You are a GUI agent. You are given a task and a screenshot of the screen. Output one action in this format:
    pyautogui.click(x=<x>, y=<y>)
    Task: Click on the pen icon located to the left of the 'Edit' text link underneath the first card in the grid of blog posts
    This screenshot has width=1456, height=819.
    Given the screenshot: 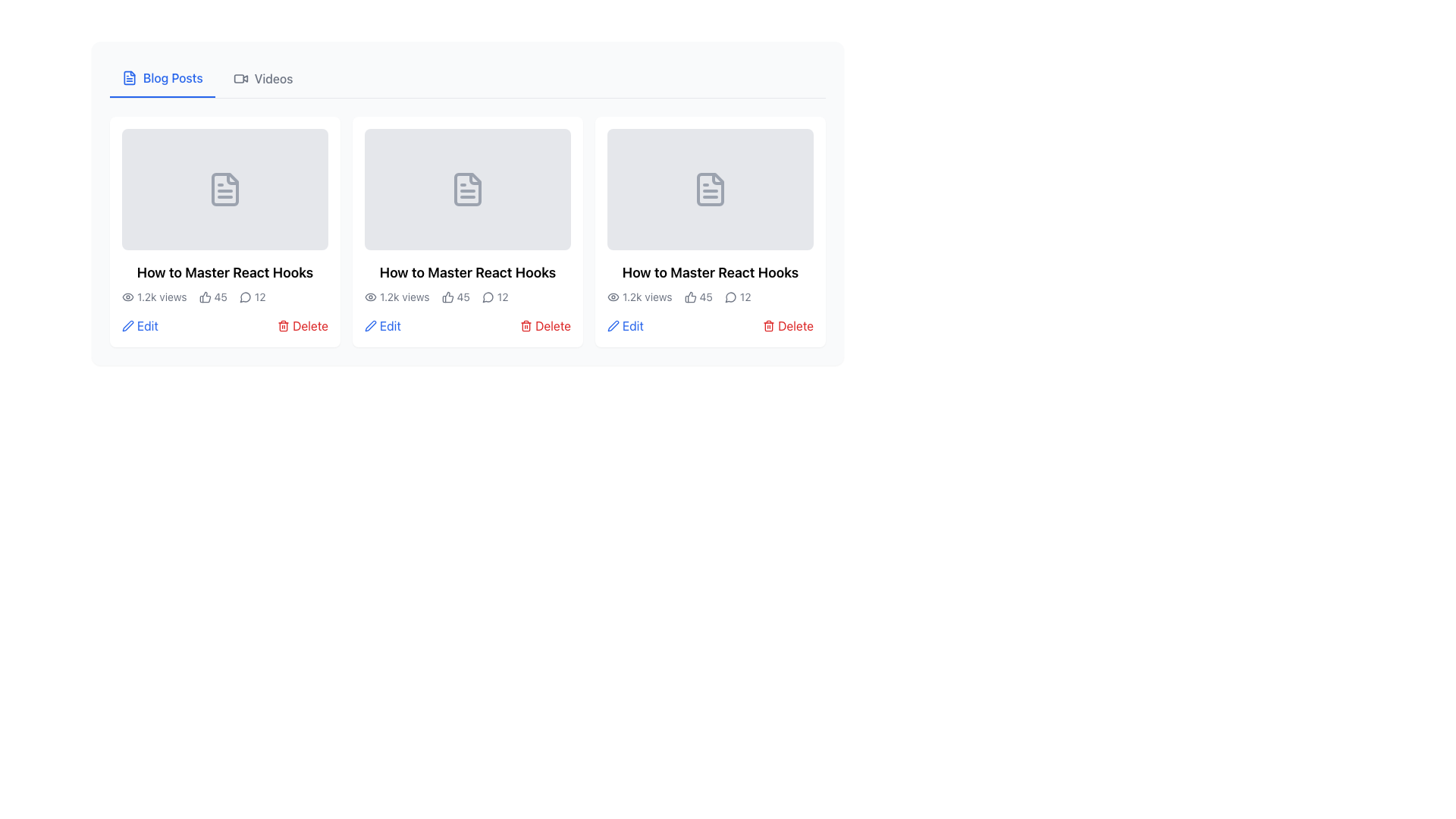 What is the action you would take?
    pyautogui.click(x=127, y=325)
    